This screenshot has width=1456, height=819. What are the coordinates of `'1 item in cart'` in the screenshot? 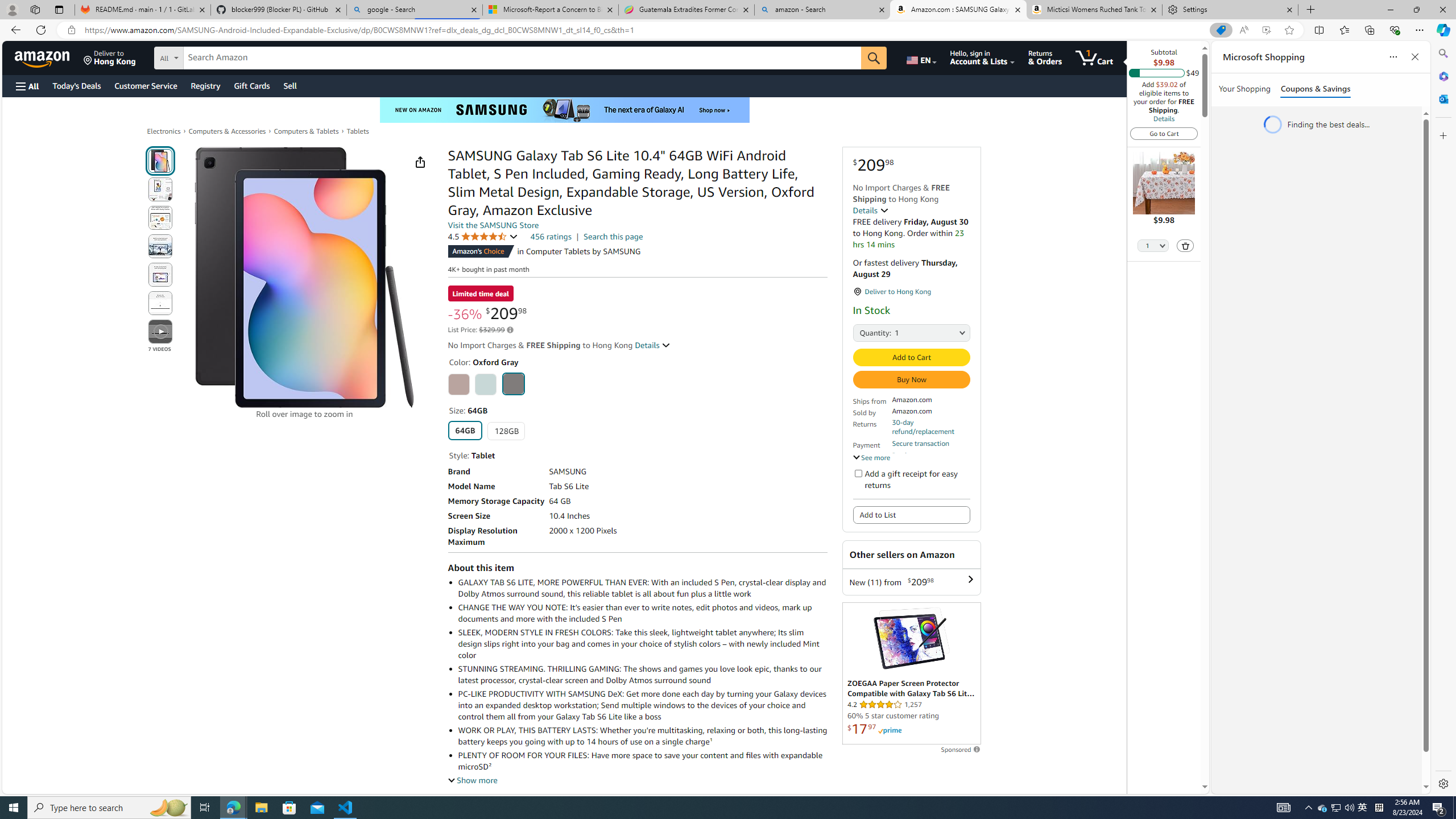 It's located at (1094, 57).